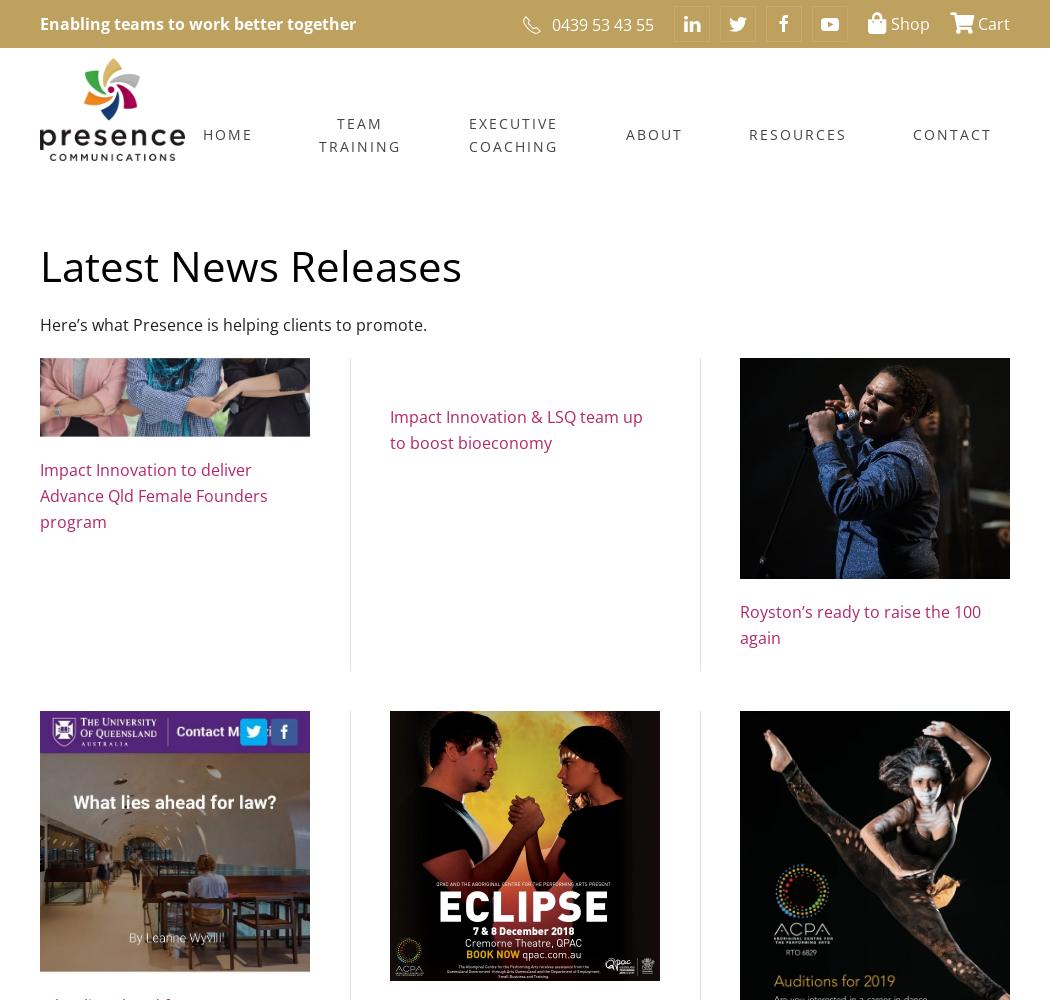  Describe the element at coordinates (747, 134) in the screenshot. I see `'RESOURCES'` at that location.